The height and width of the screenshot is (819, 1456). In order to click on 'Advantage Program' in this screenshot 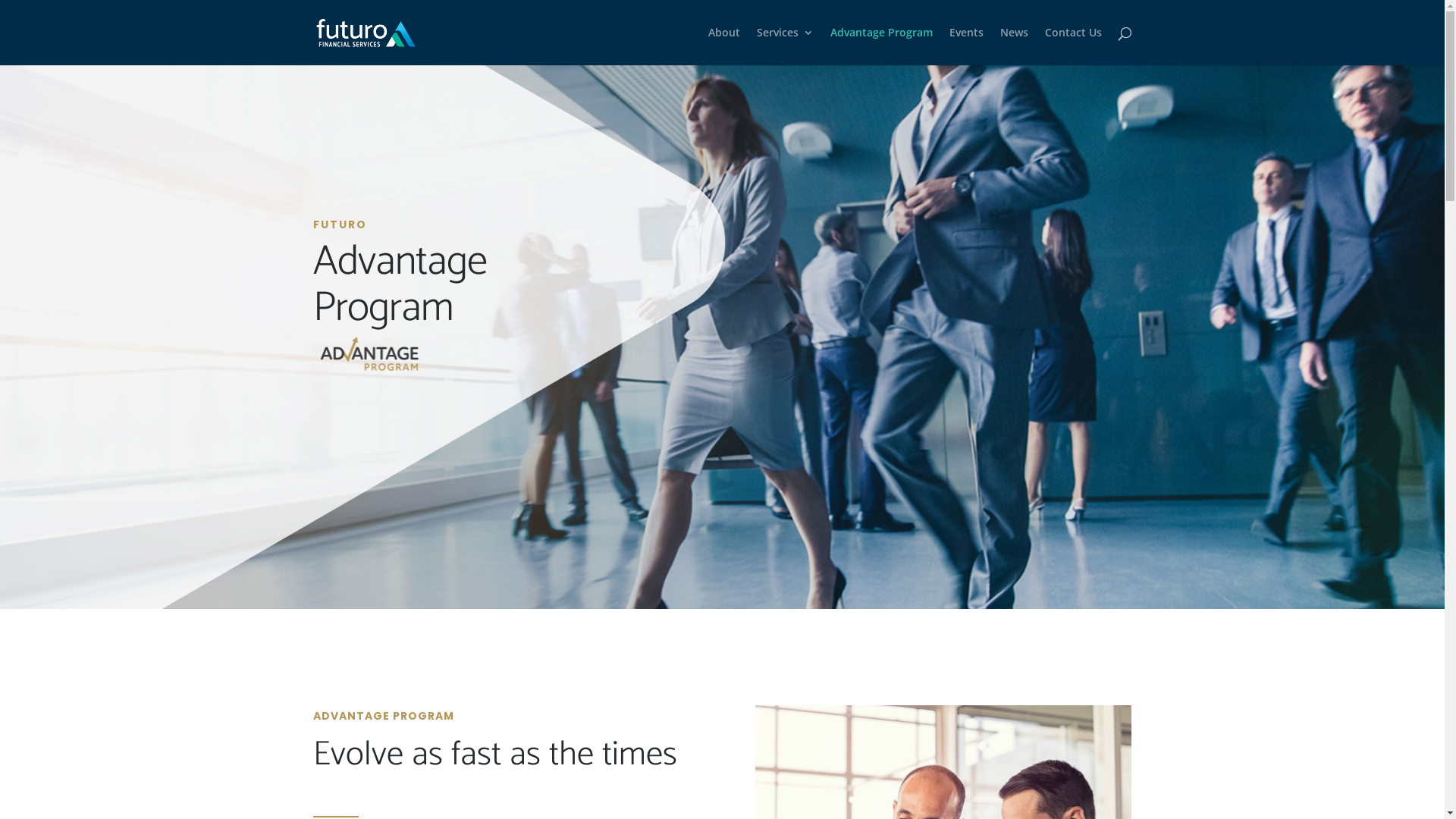, I will do `click(880, 45)`.